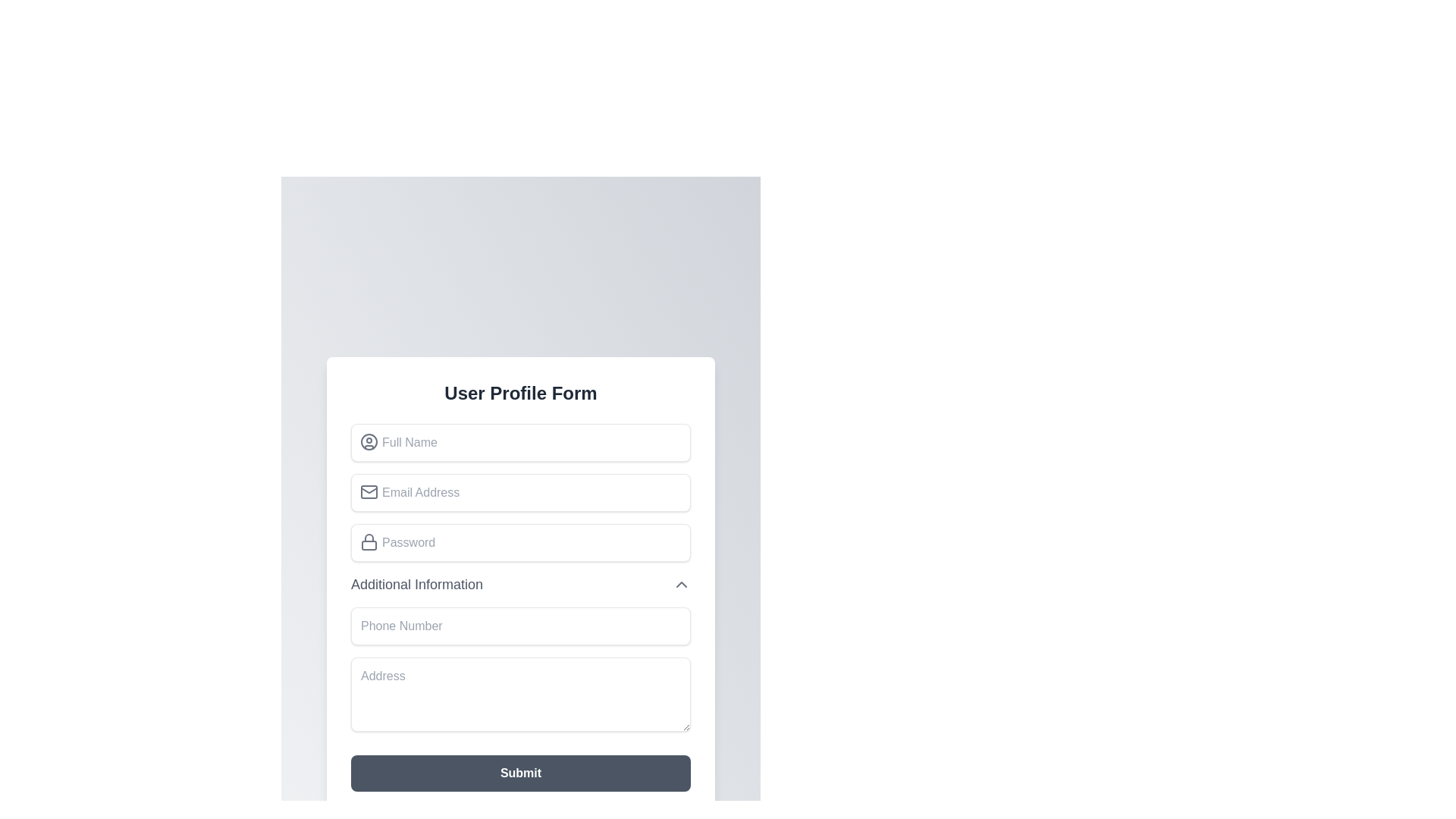  I want to click on the outermost circular border of the user-related icon located to the left of the 'Full Name' input field in the 'User Profile Form' interface, so click(369, 441).